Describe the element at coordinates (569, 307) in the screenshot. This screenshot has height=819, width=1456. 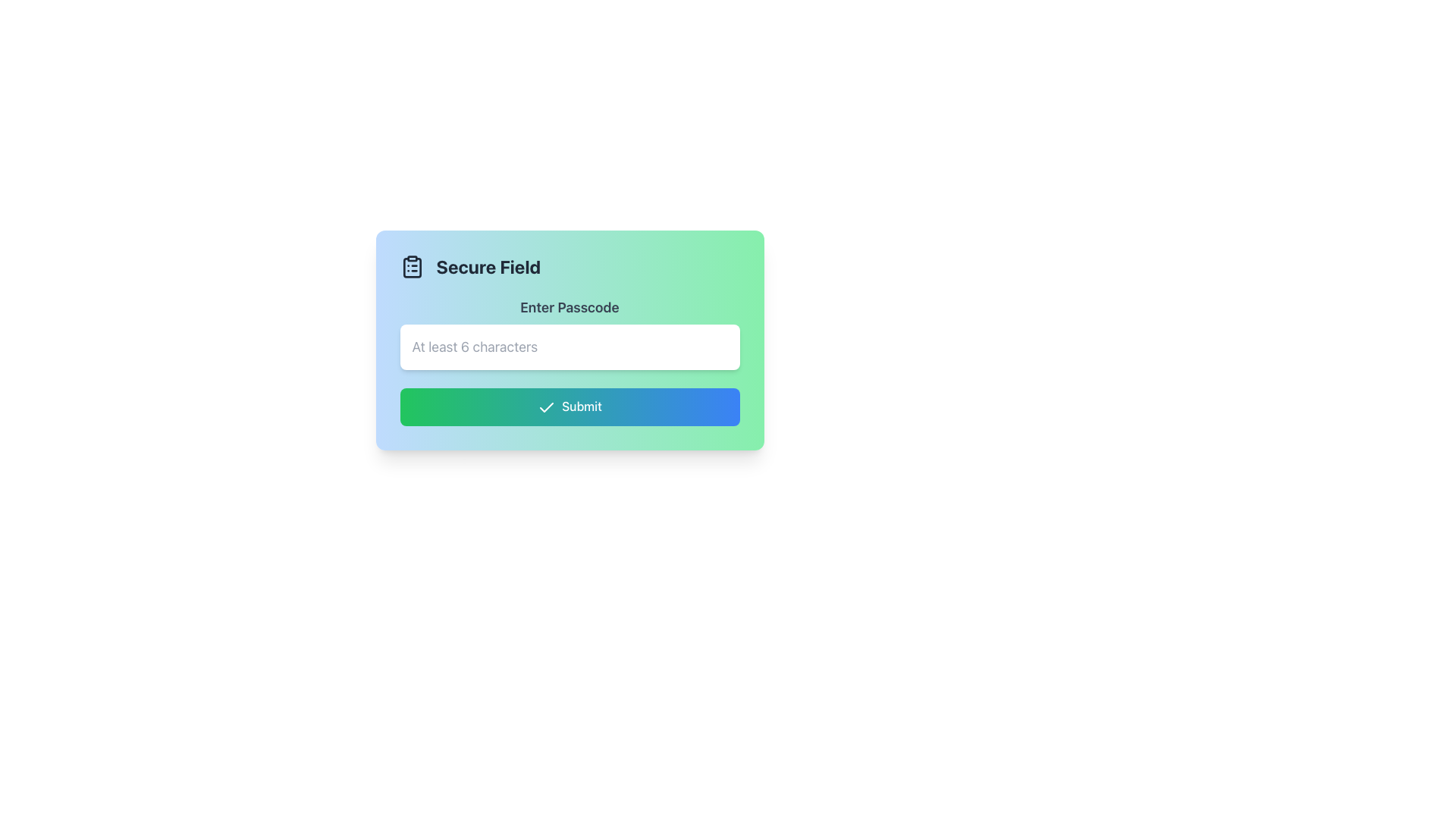
I see `the text label displaying 'Enter Passcode', which is bold and dark gray, located below the 'Secure Field' section title` at that location.